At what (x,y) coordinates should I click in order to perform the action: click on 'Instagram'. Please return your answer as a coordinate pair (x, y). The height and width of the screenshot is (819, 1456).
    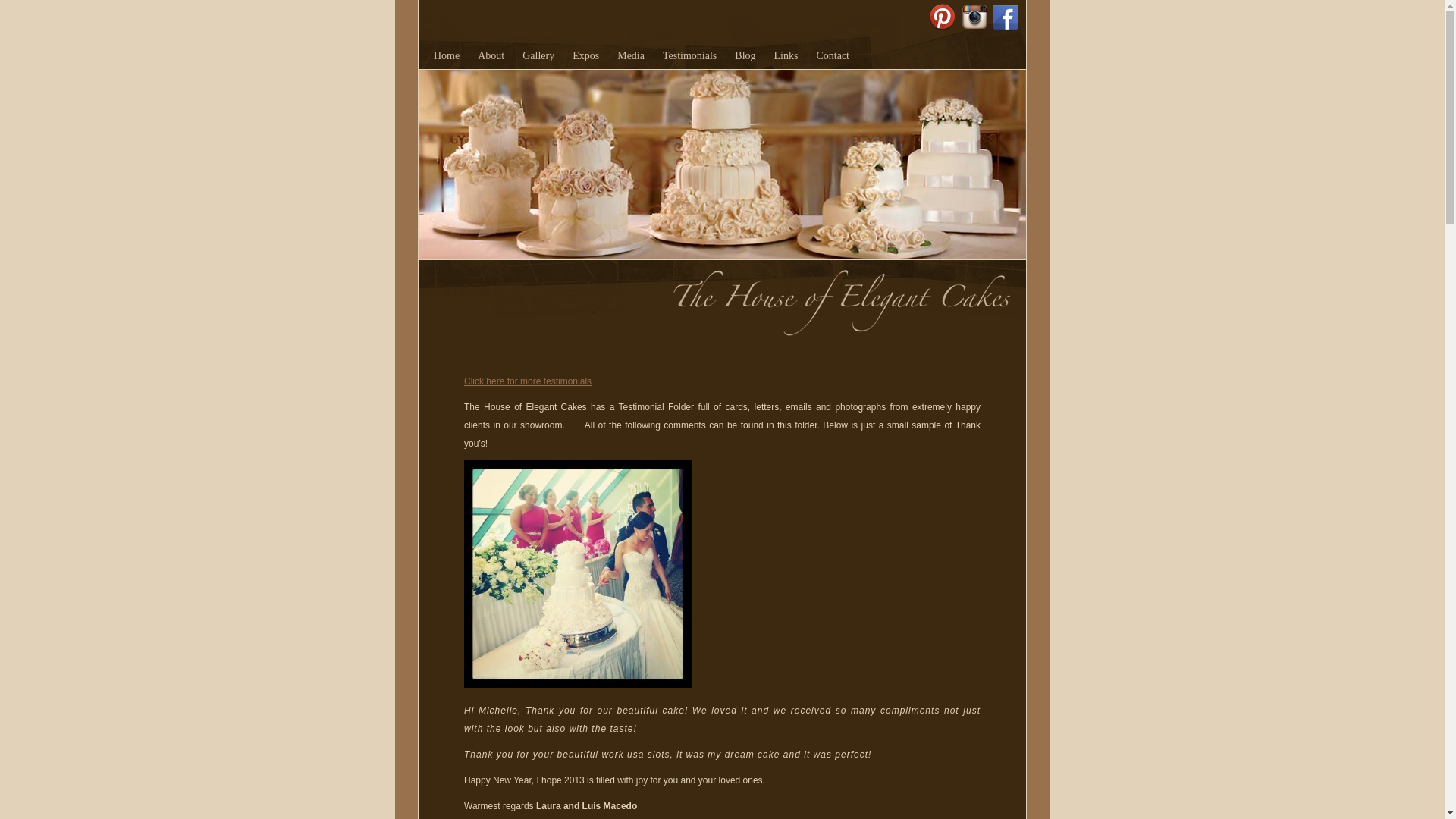
    Looking at the image, I should click on (974, 8).